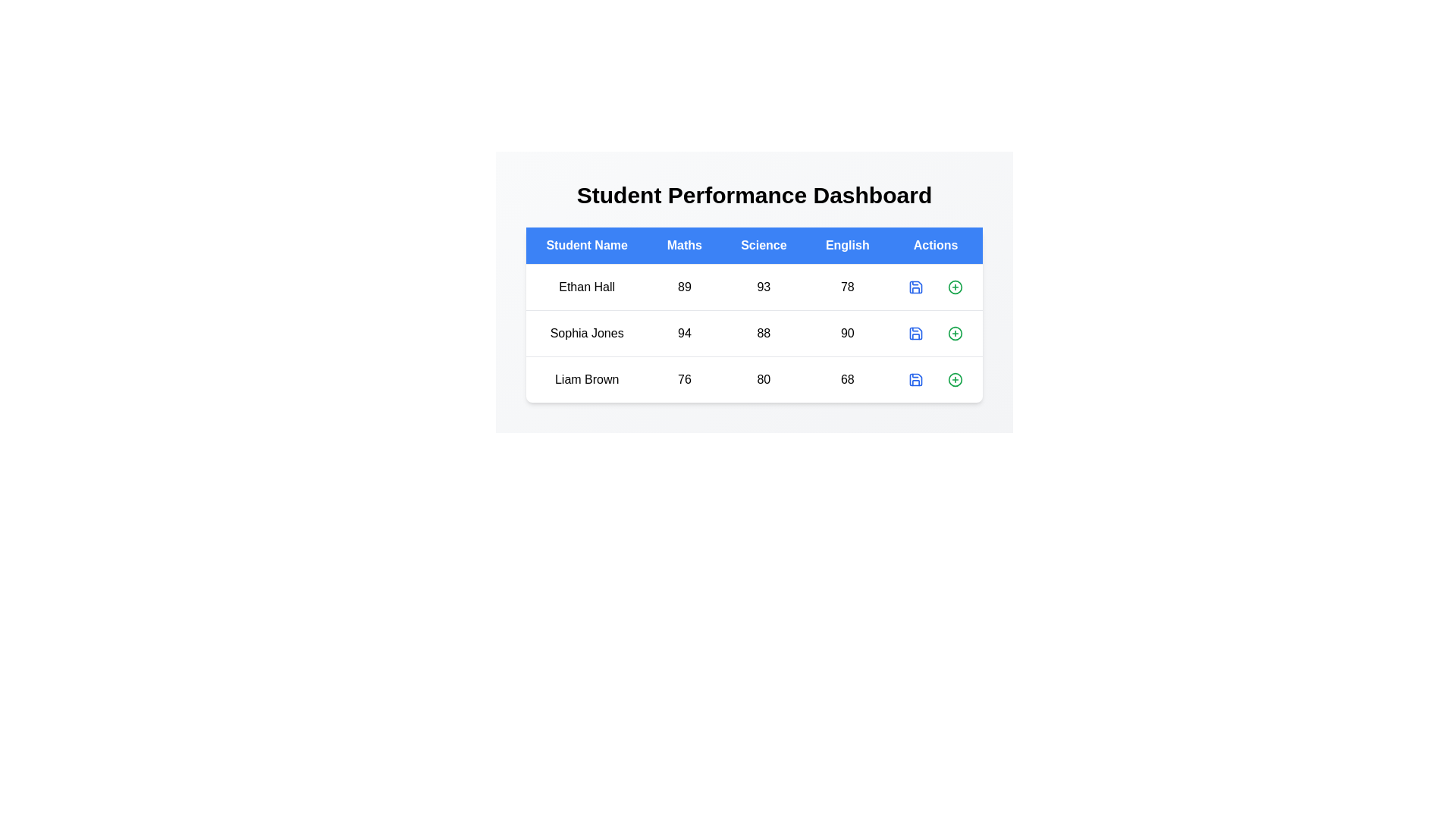 This screenshot has width=1456, height=819. What do you see at coordinates (915, 332) in the screenshot?
I see `'Save' button for the student identified by Sophia Jones` at bounding box center [915, 332].